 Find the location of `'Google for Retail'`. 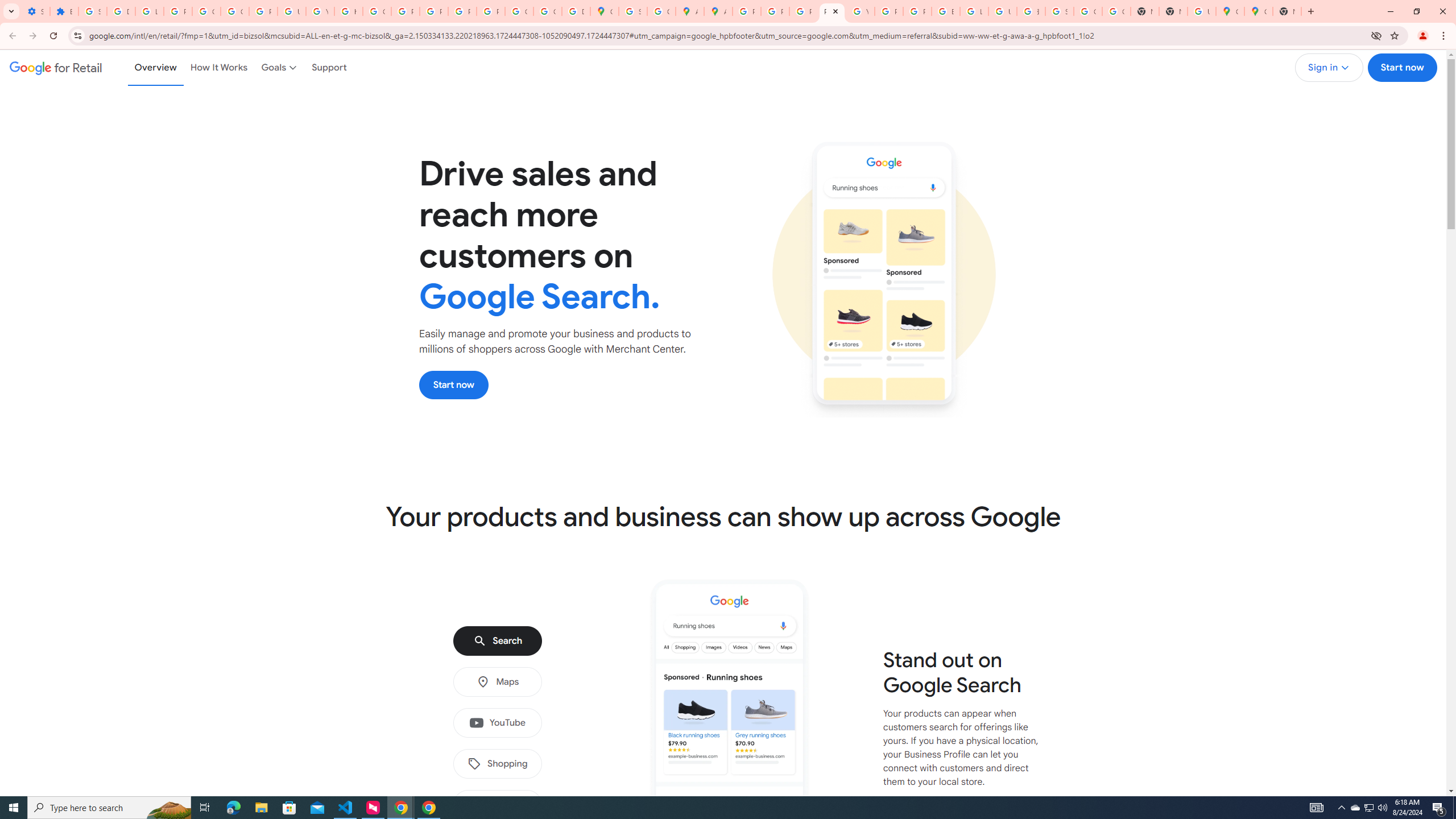

'Google for Retail' is located at coordinates (55, 67).